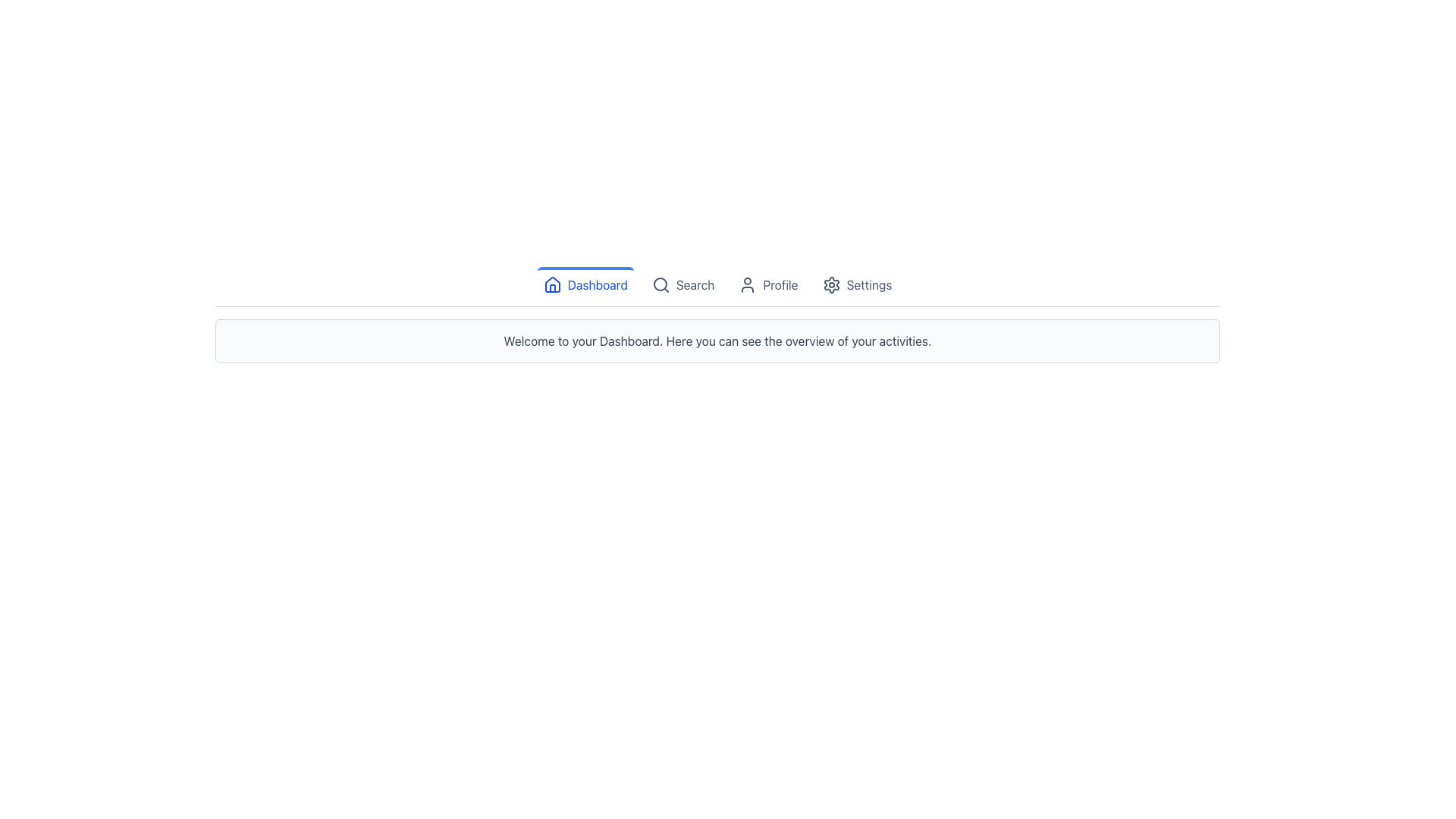  Describe the element at coordinates (768, 284) in the screenshot. I see `the user profile navigation button located in the horizontal navigation bar, which is the third button between 'Search' and 'Settings'` at that location.